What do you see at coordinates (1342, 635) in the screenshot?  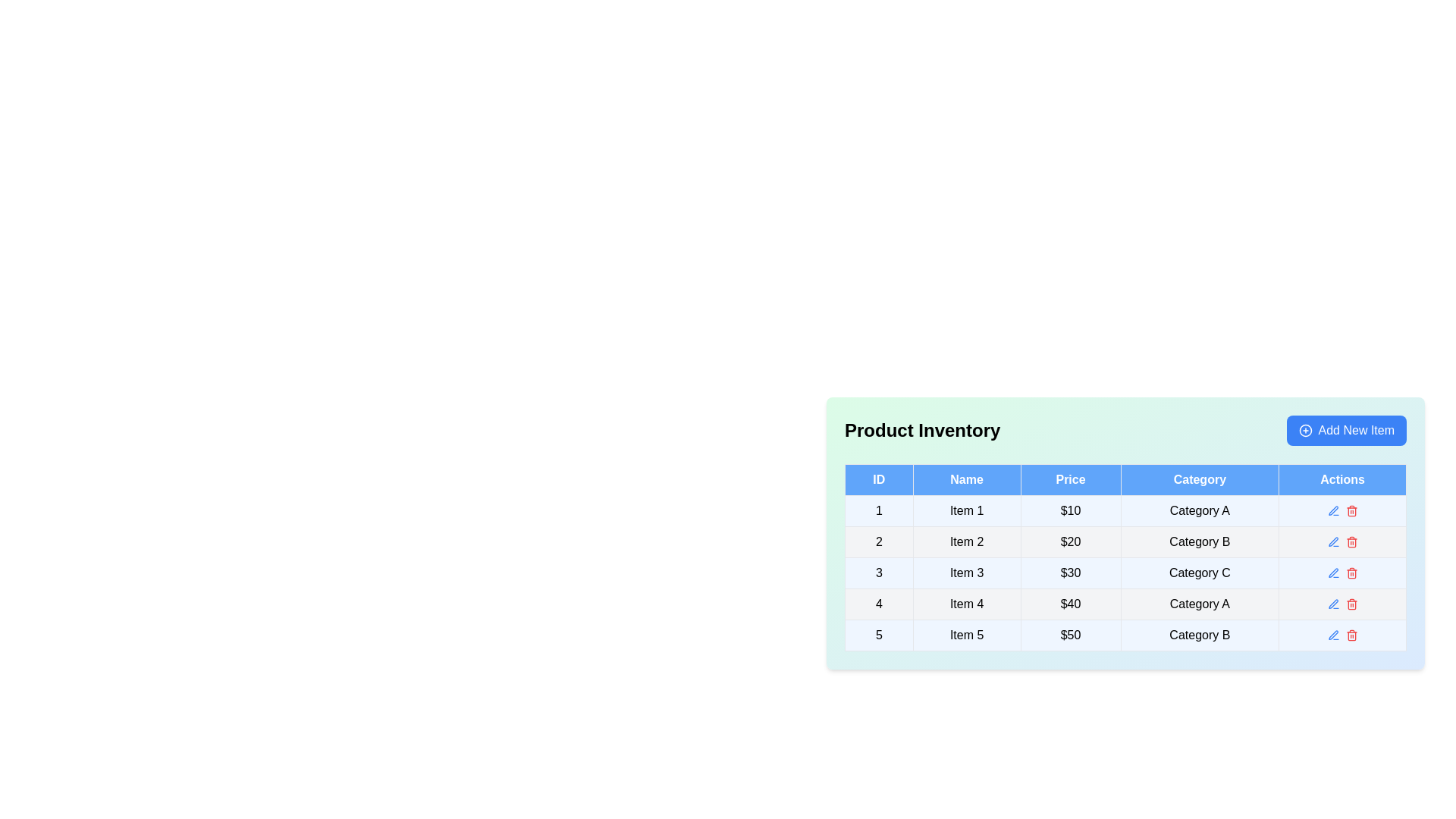 I see `the red trash bin icon located in the Actions column of the last row ('Item 5') in the table` at bounding box center [1342, 635].